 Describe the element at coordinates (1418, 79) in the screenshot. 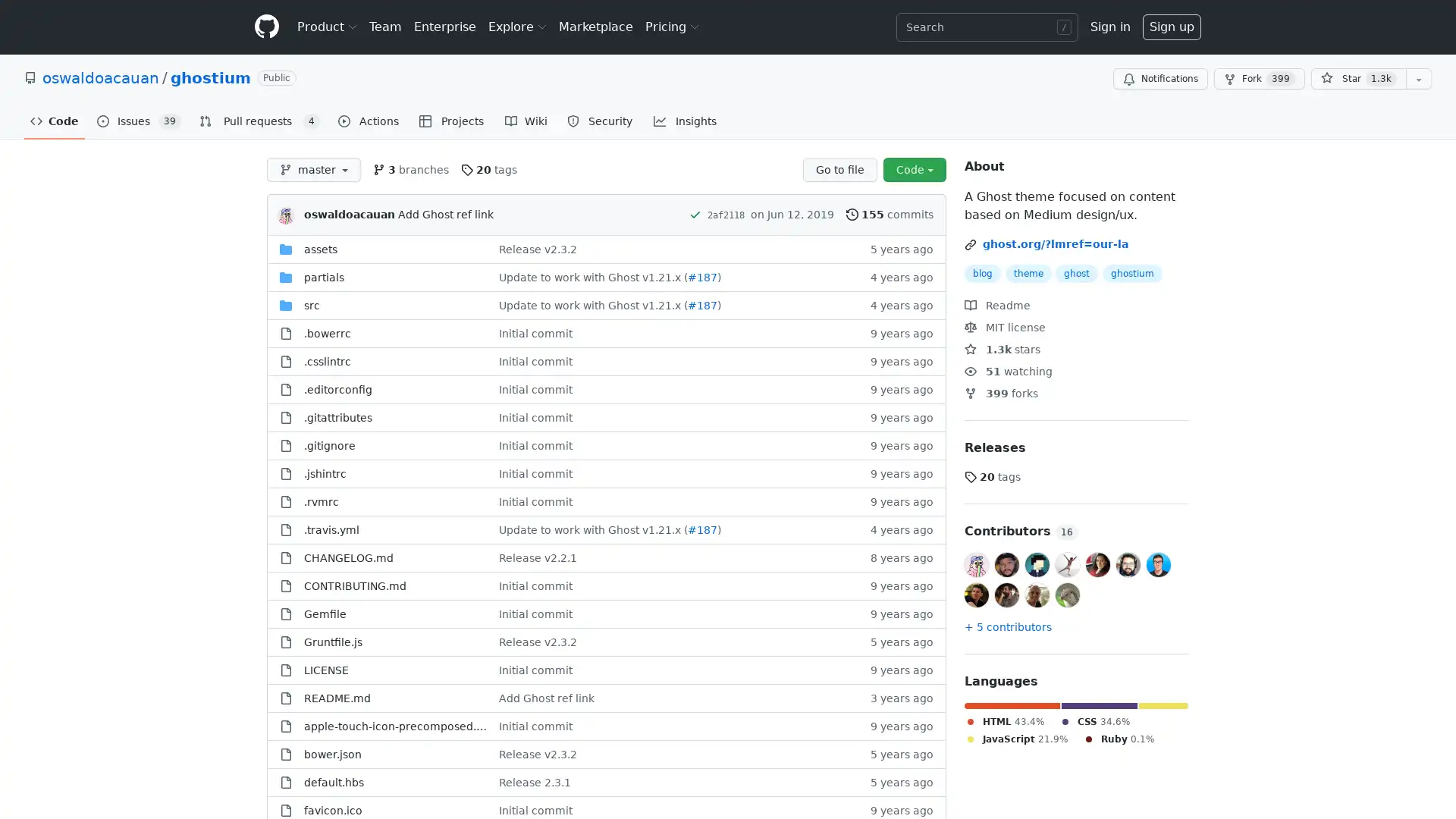

I see `You must be signed in to add this repository to a list` at that location.